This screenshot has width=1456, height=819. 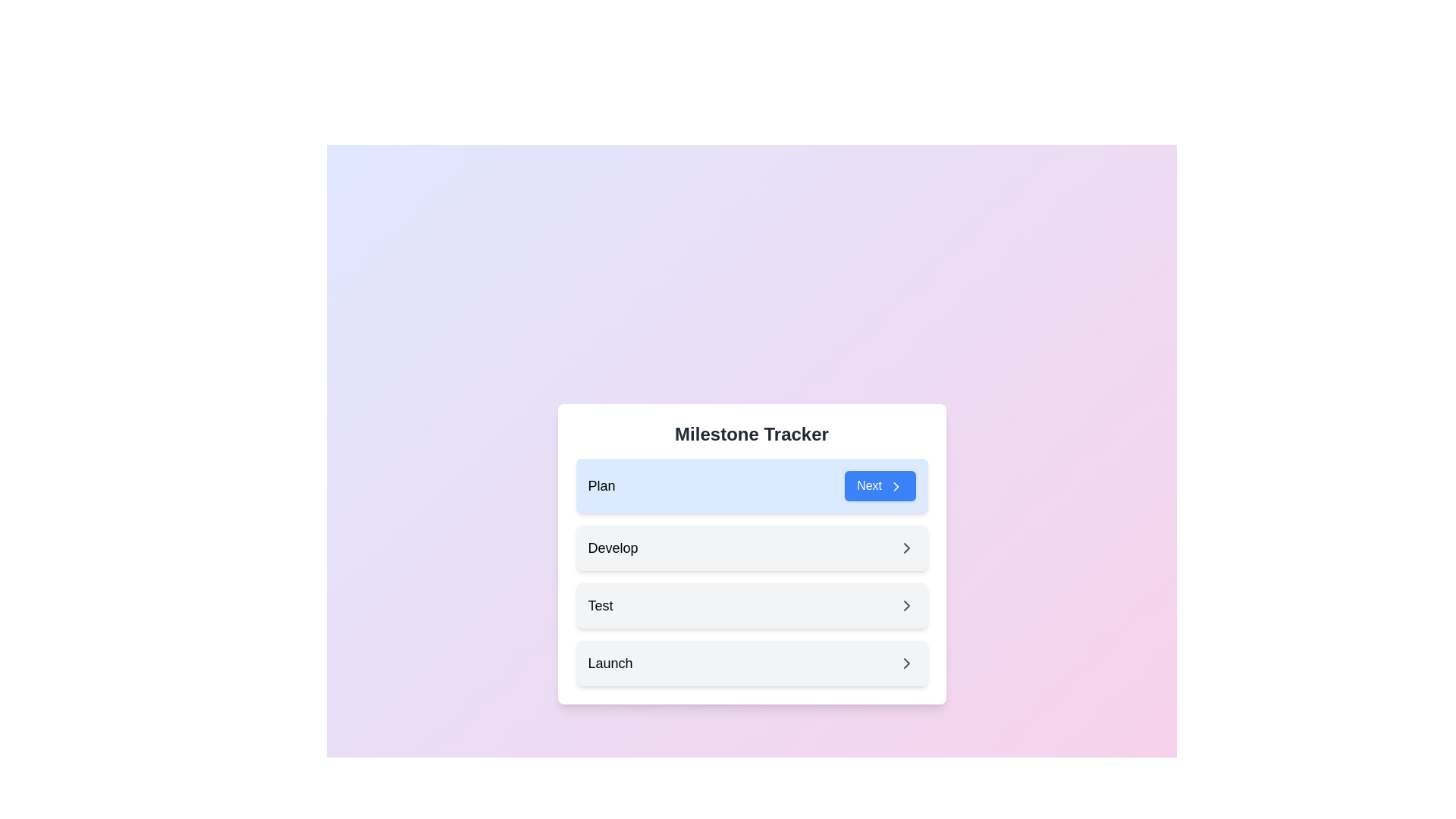 I want to click on the right-pointing arrow icon within the blue 'Next' button located at the top right corner of the 'Plan' section, so click(x=896, y=486).